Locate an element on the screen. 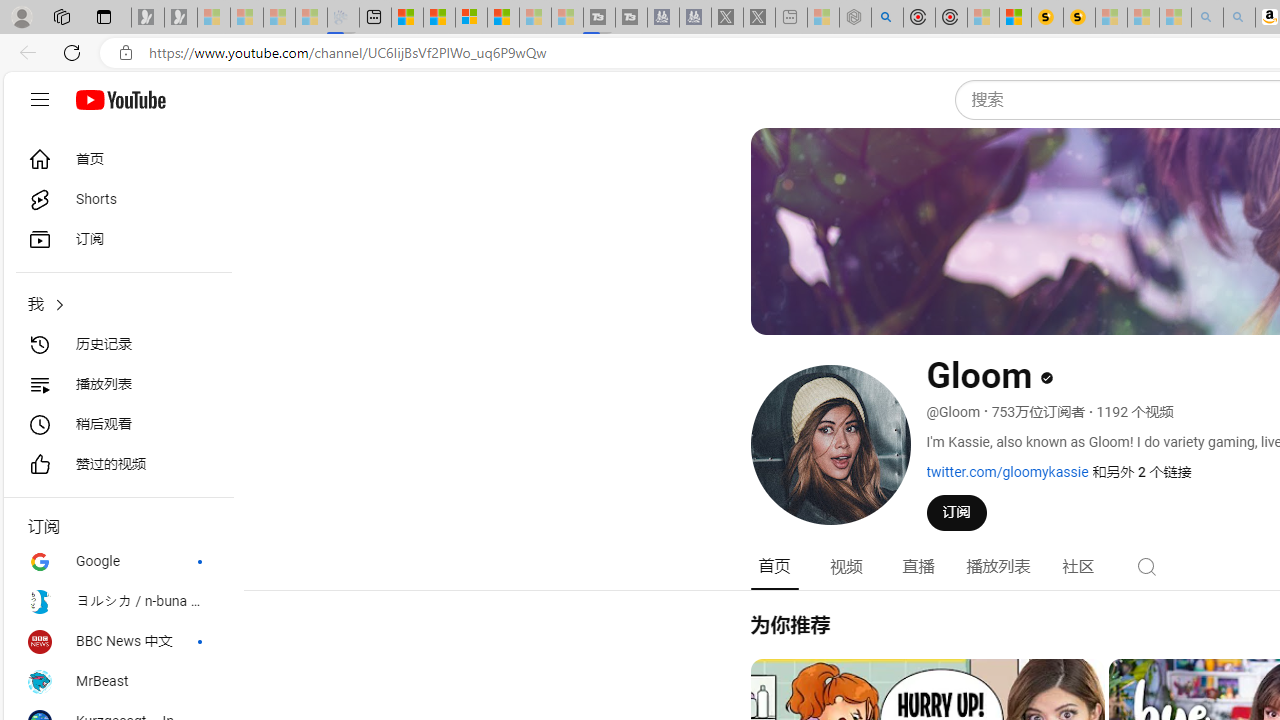 This screenshot has height=720, width=1280. 'Nordace - Summer Adventures 2024 - Sleeping' is located at coordinates (855, 17).